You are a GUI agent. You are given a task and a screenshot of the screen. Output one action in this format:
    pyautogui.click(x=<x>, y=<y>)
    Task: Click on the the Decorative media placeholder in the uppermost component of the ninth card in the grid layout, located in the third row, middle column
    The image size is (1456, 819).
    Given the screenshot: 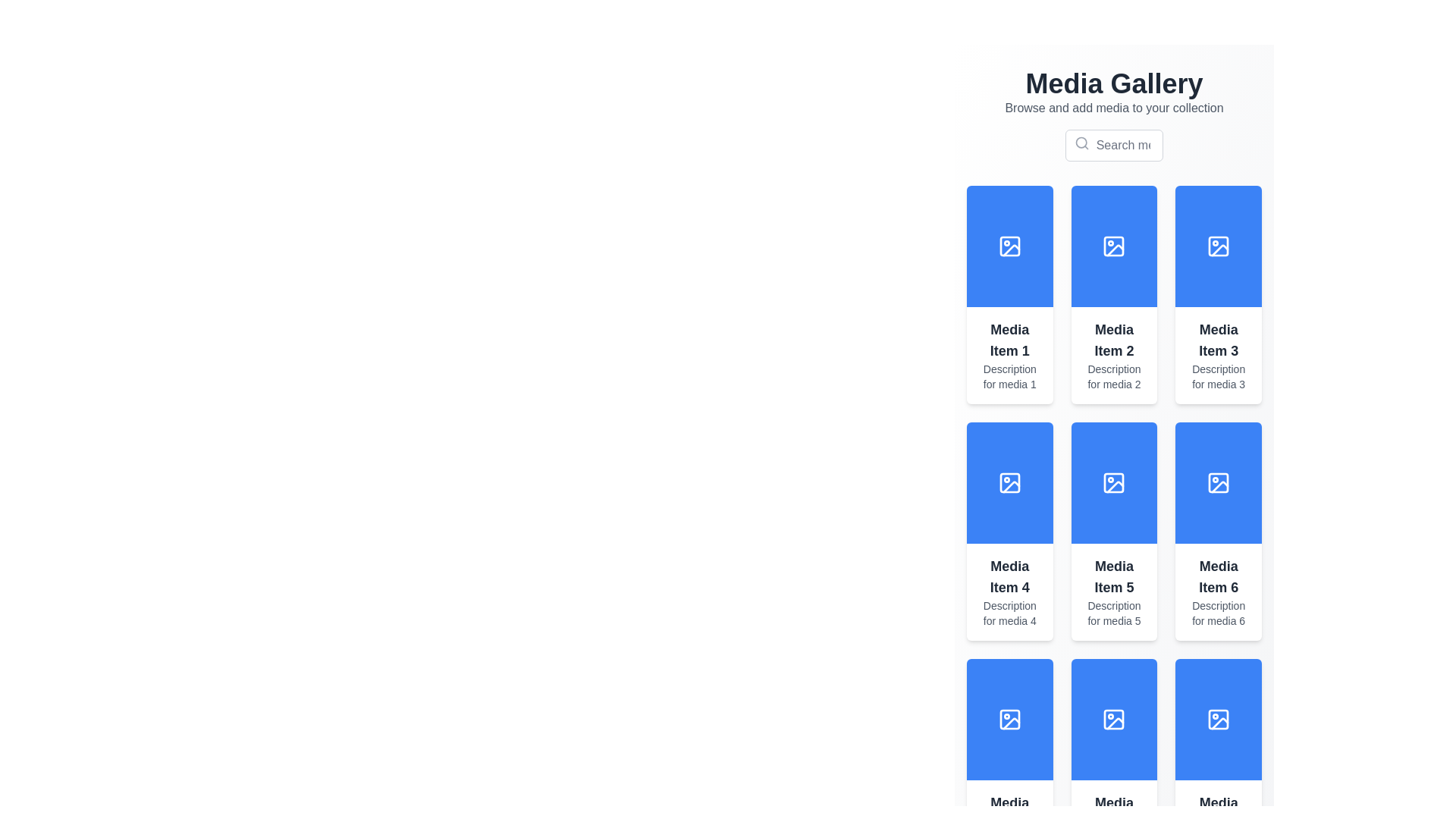 What is the action you would take?
    pyautogui.click(x=1114, y=718)
    